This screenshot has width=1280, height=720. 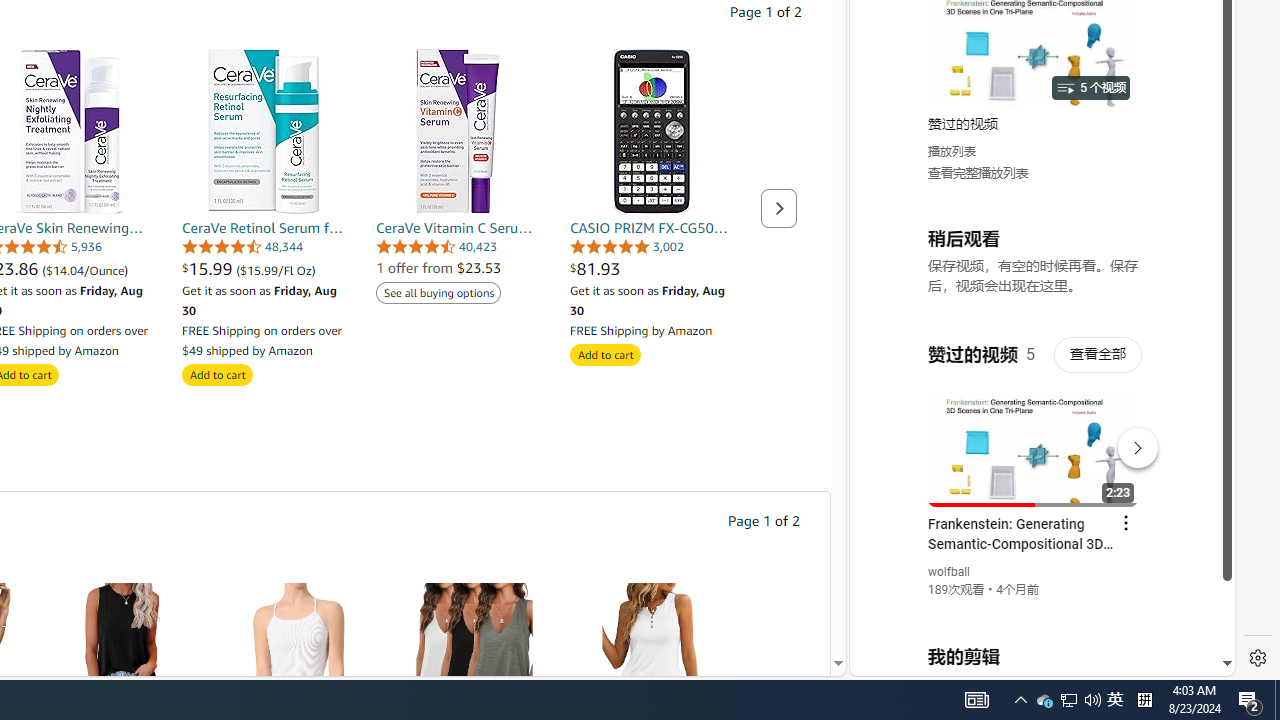 What do you see at coordinates (274, 270) in the screenshot?
I see `'($15.99/Fl Oz)'` at bounding box center [274, 270].